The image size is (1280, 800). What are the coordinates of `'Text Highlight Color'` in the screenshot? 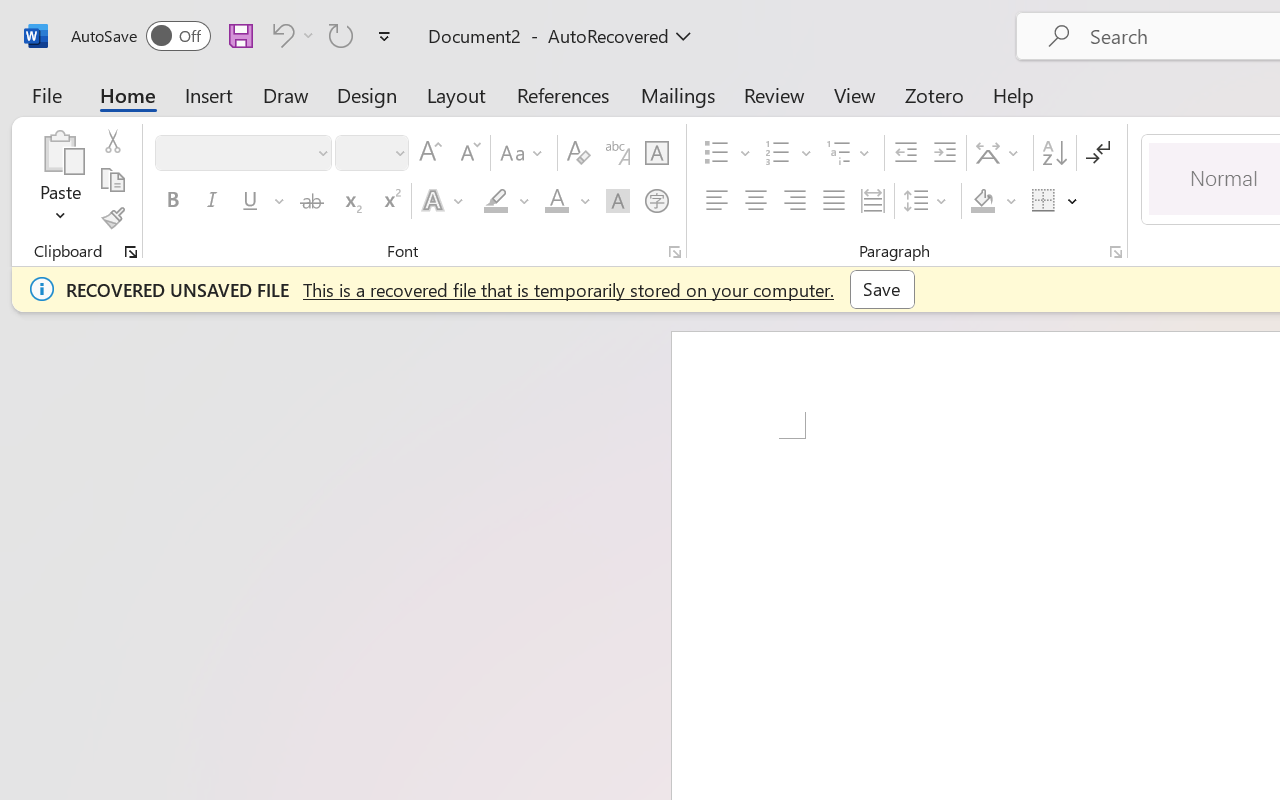 It's located at (506, 201).